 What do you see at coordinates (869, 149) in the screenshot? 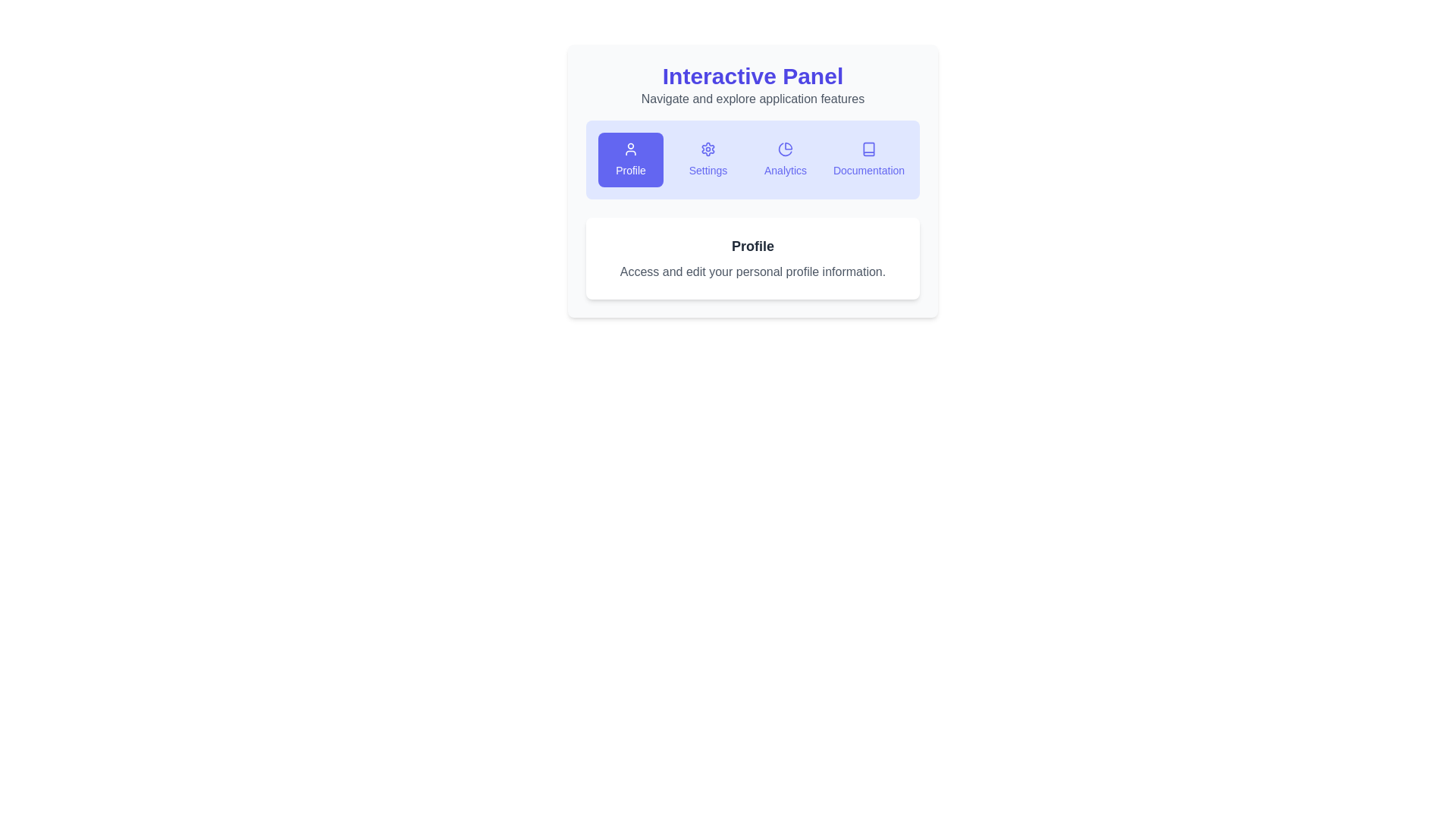
I see `the open book icon located in the top-right corner of the toolbar` at bounding box center [869, 149].